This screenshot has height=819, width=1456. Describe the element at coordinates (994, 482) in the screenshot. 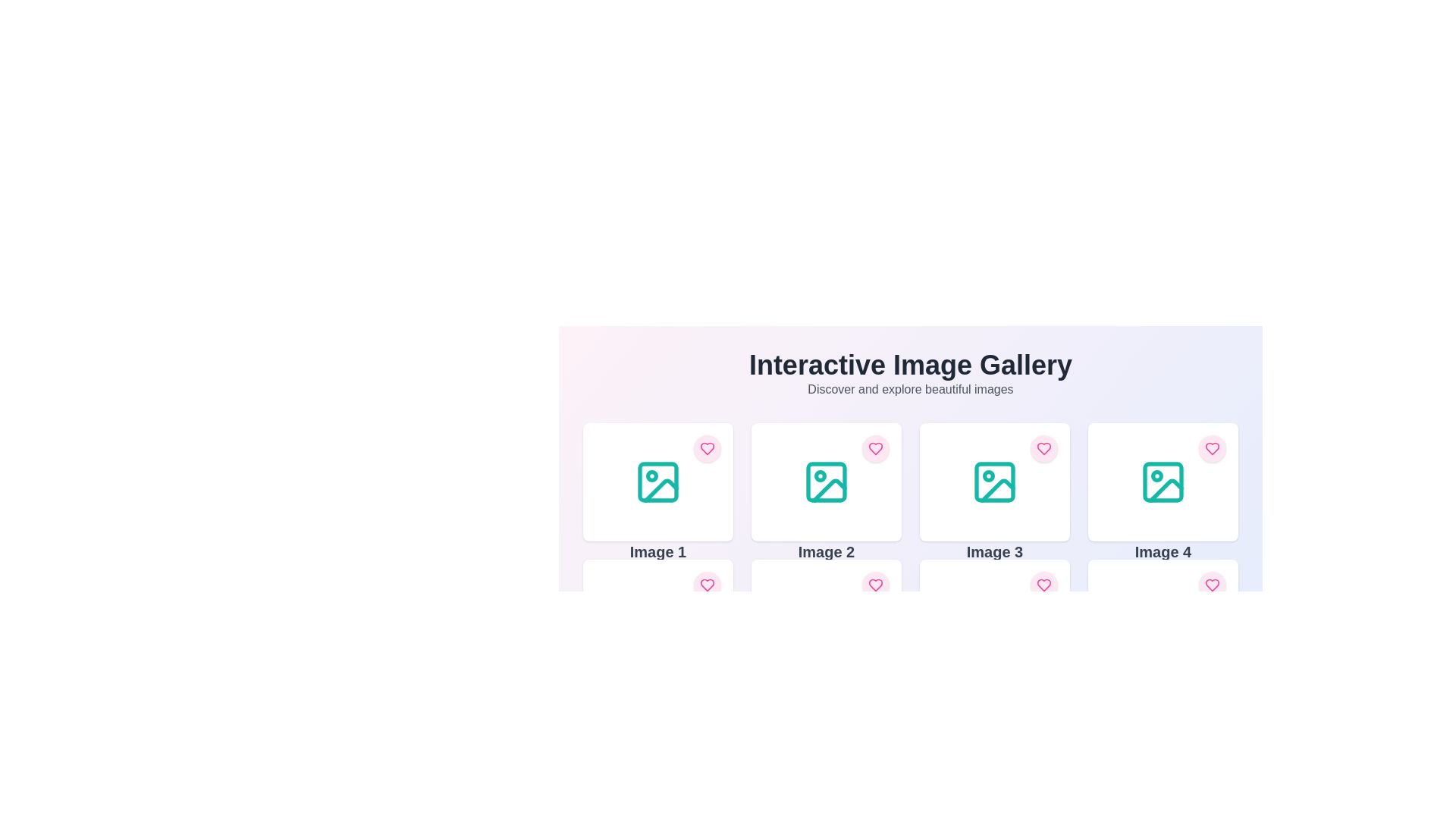

I see `teal rectangular SVG element located at the center of the third image card in the top row of the gallery interface for its properties` at that location.